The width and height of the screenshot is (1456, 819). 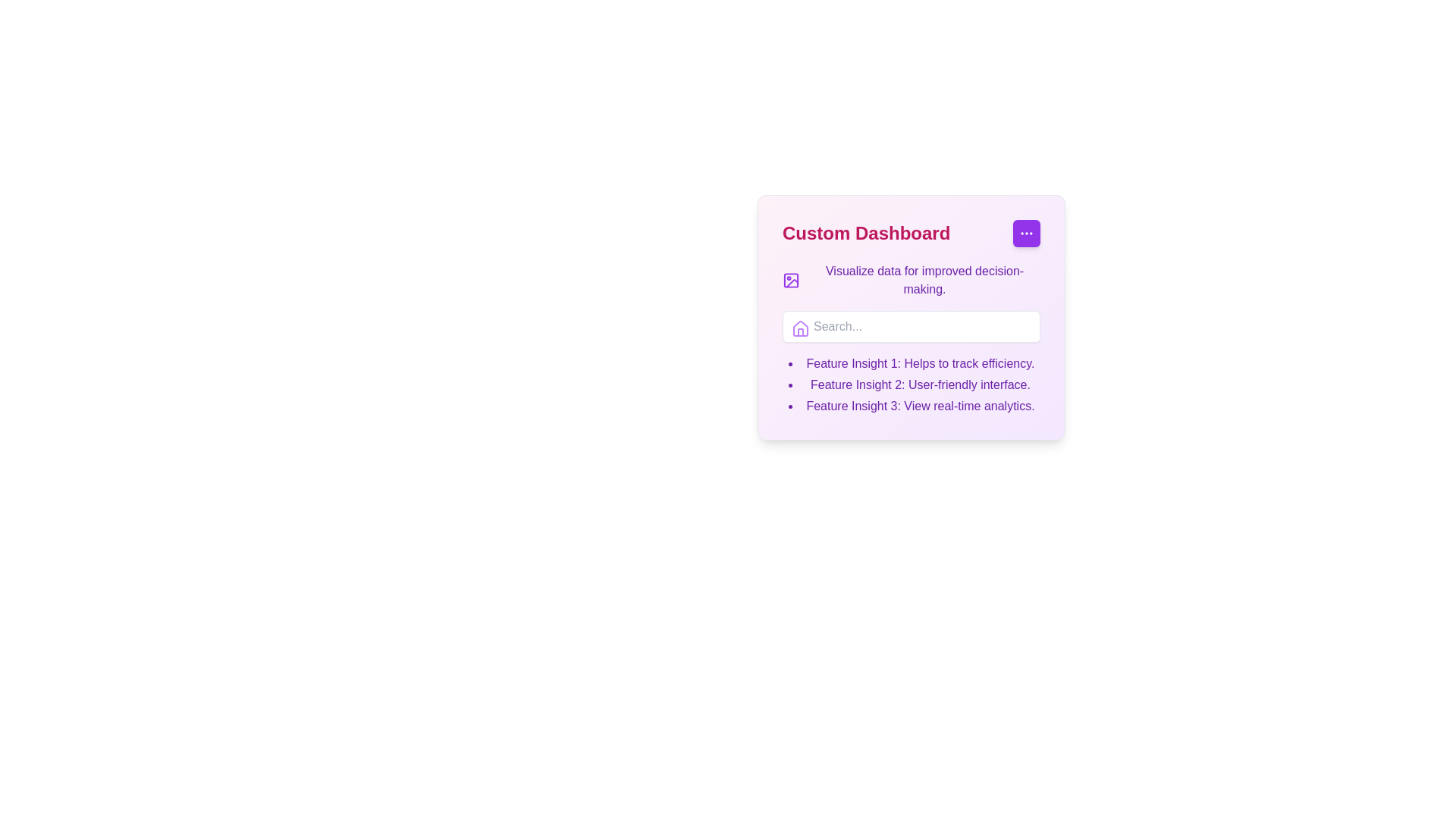 What do you see at coordinates (1026, 234) in the screenshot?
I see `the ellipsis icon button located at the upper-right corner of the 'Custom Dashboard' card` at bounding box center [1026, 234].